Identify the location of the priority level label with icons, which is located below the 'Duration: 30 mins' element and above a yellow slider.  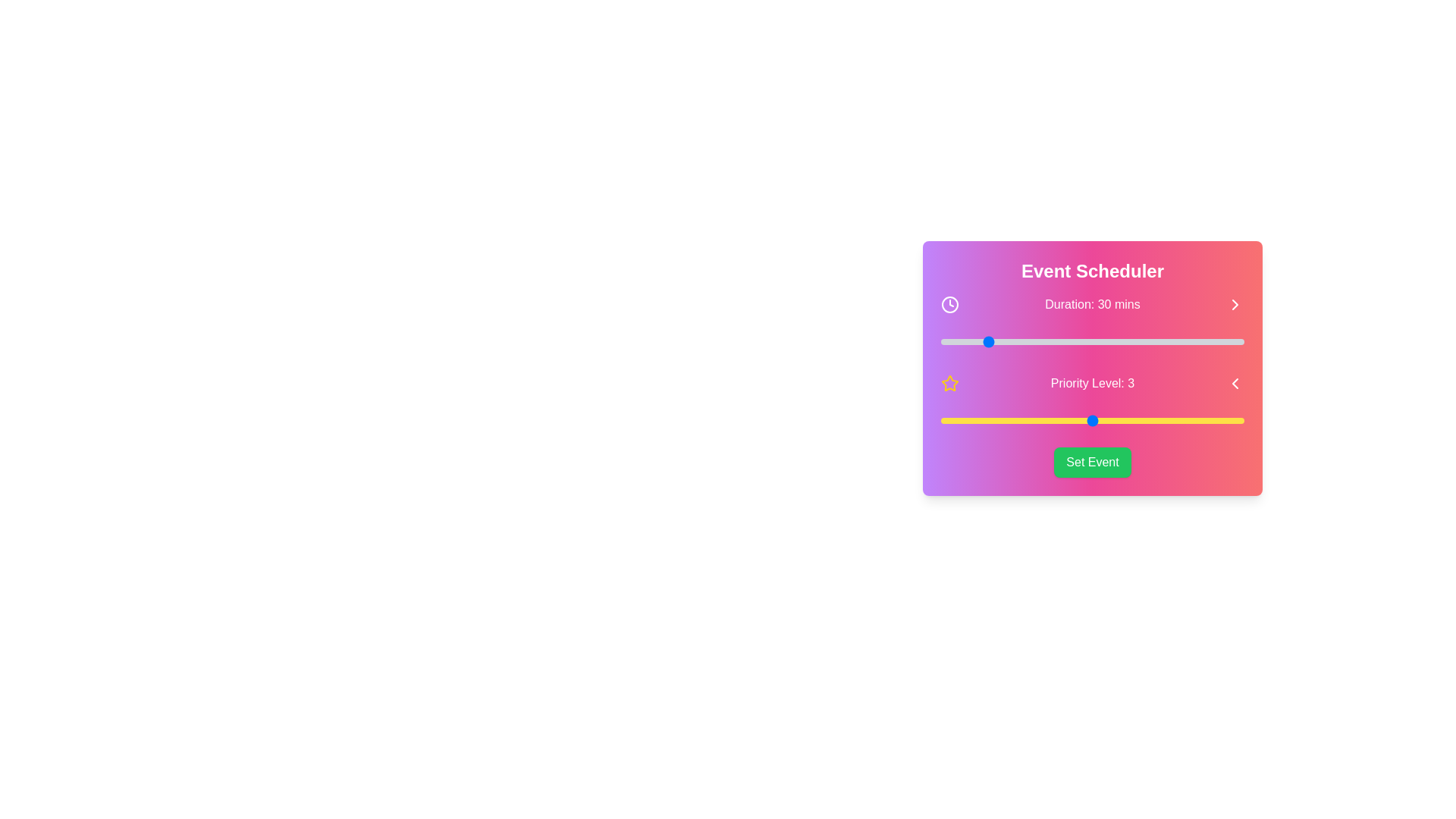
(1092, 382).